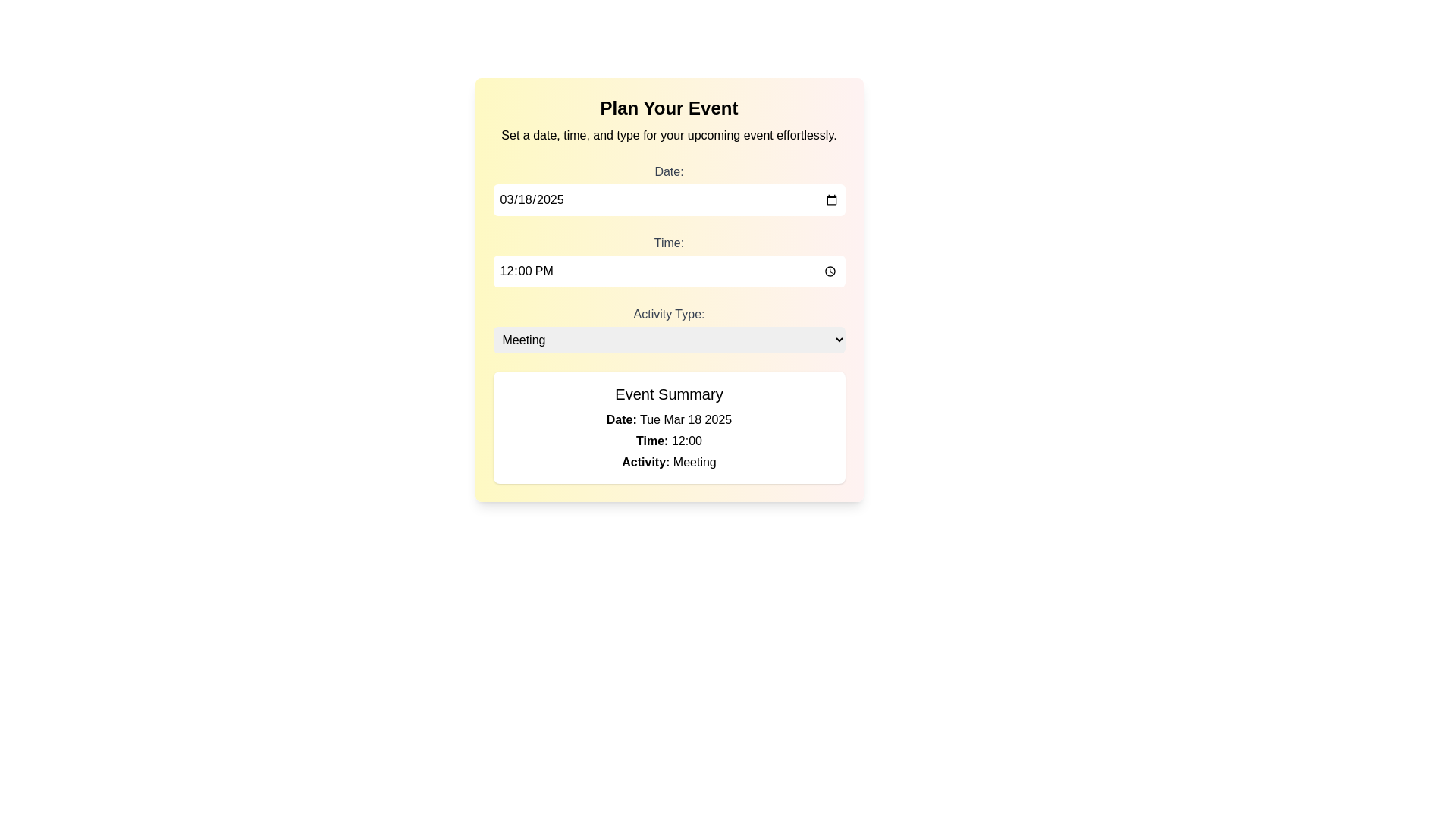  Describe the element at coordinates (668, 242) in the screenshot. I see `label that displays the word 'Time:' styled with a gray font color and medium font weight, located above a time input field` at that location.